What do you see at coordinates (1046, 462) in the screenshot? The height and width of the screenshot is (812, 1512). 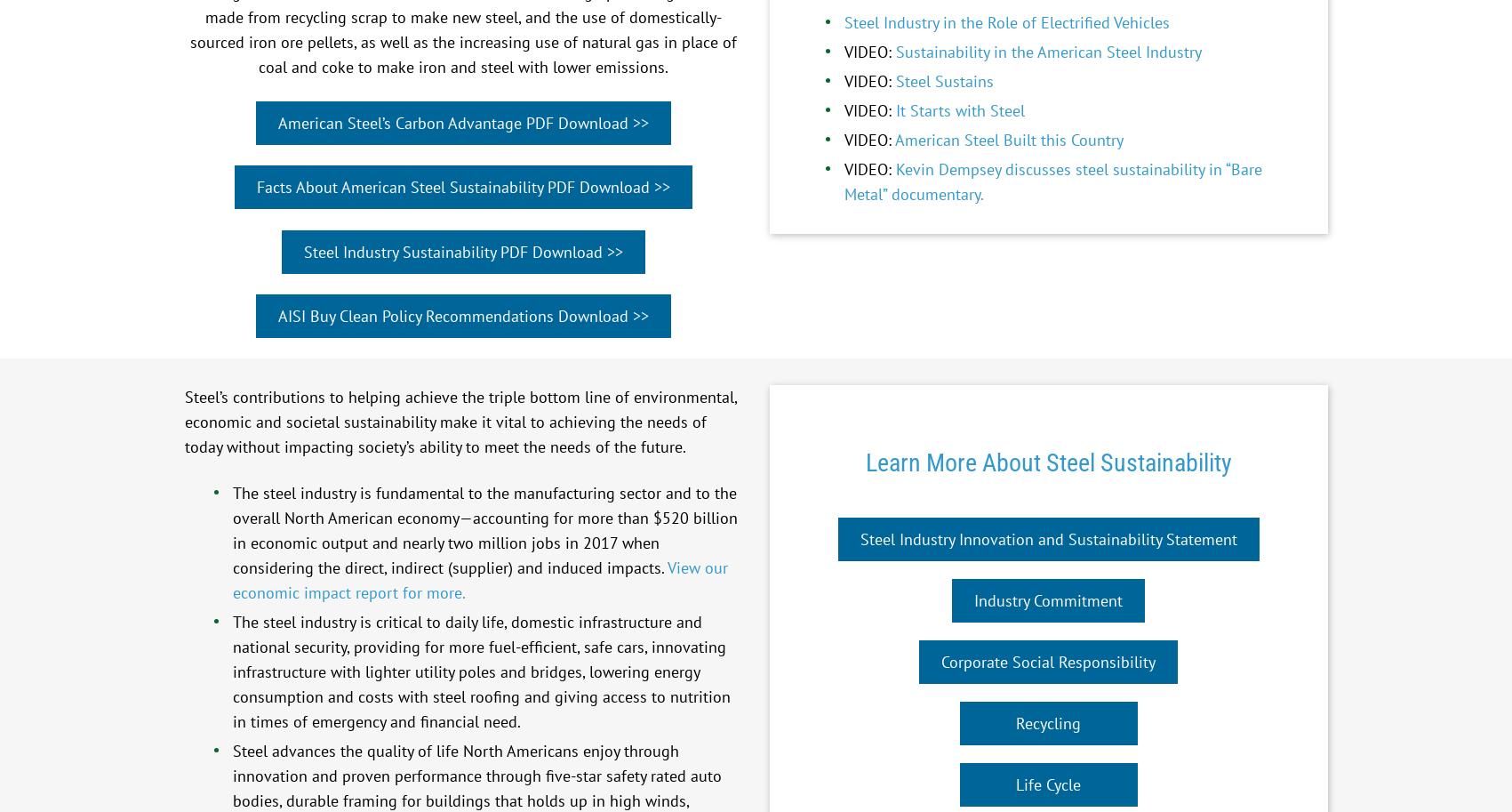 I see `'Learn More About Steel Sustainability'` at bounding box center [1046, 462].